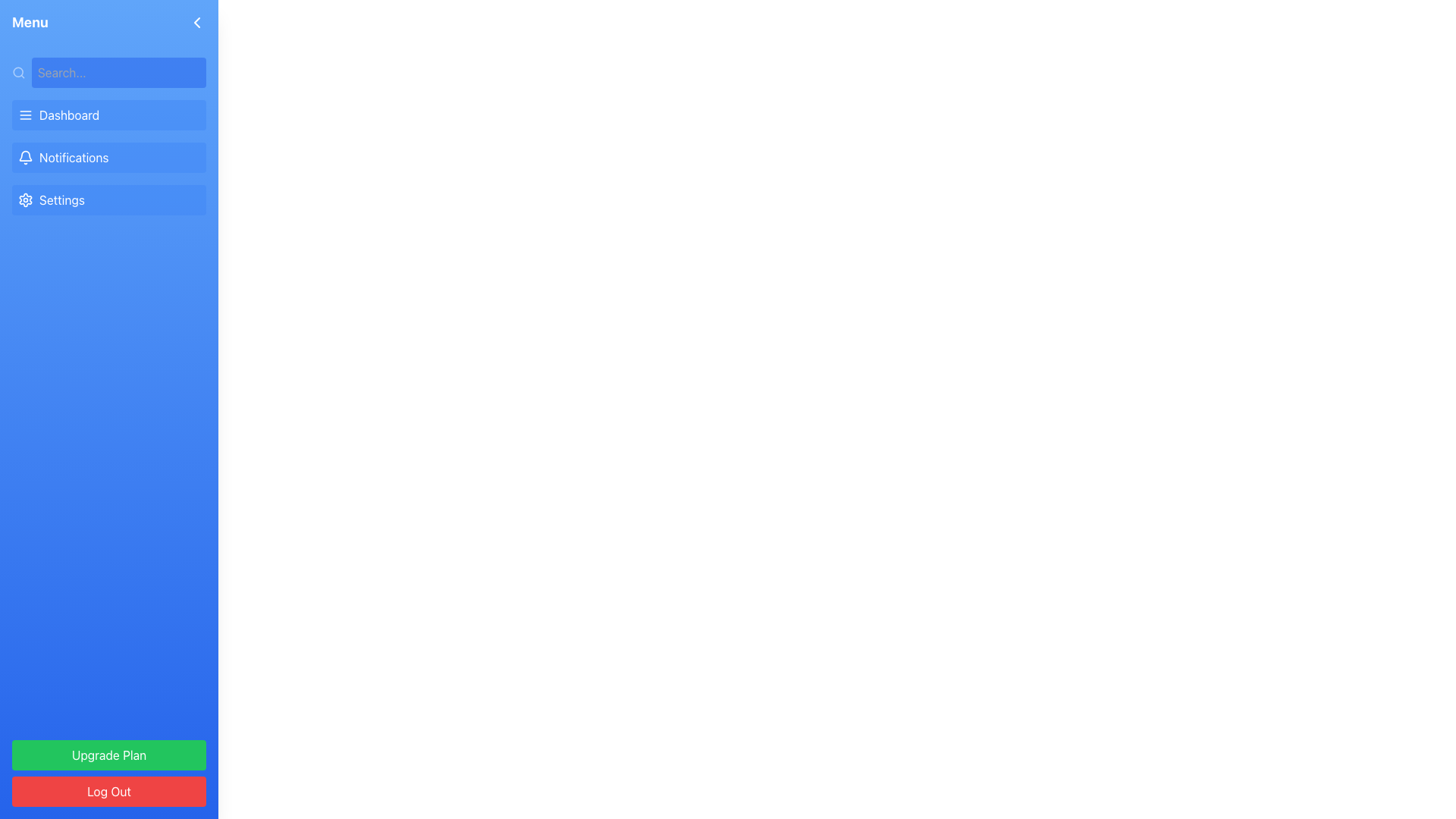 This screenshot has height=819, width=1456. I want to click on the search icon that visually indicates the search functionality, located before the text input field labeled 'Search...', so click(18, 73).